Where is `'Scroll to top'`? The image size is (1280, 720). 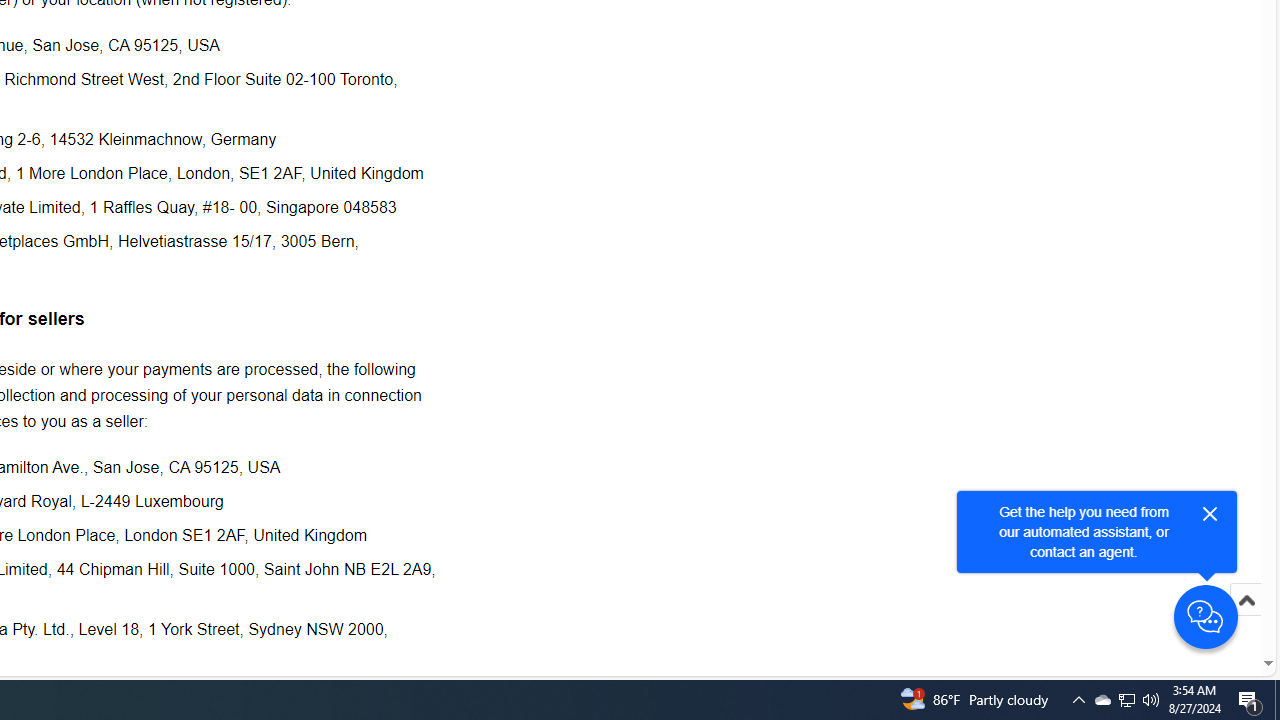 'Scroll to top' is located at coordinates (1245, 598).